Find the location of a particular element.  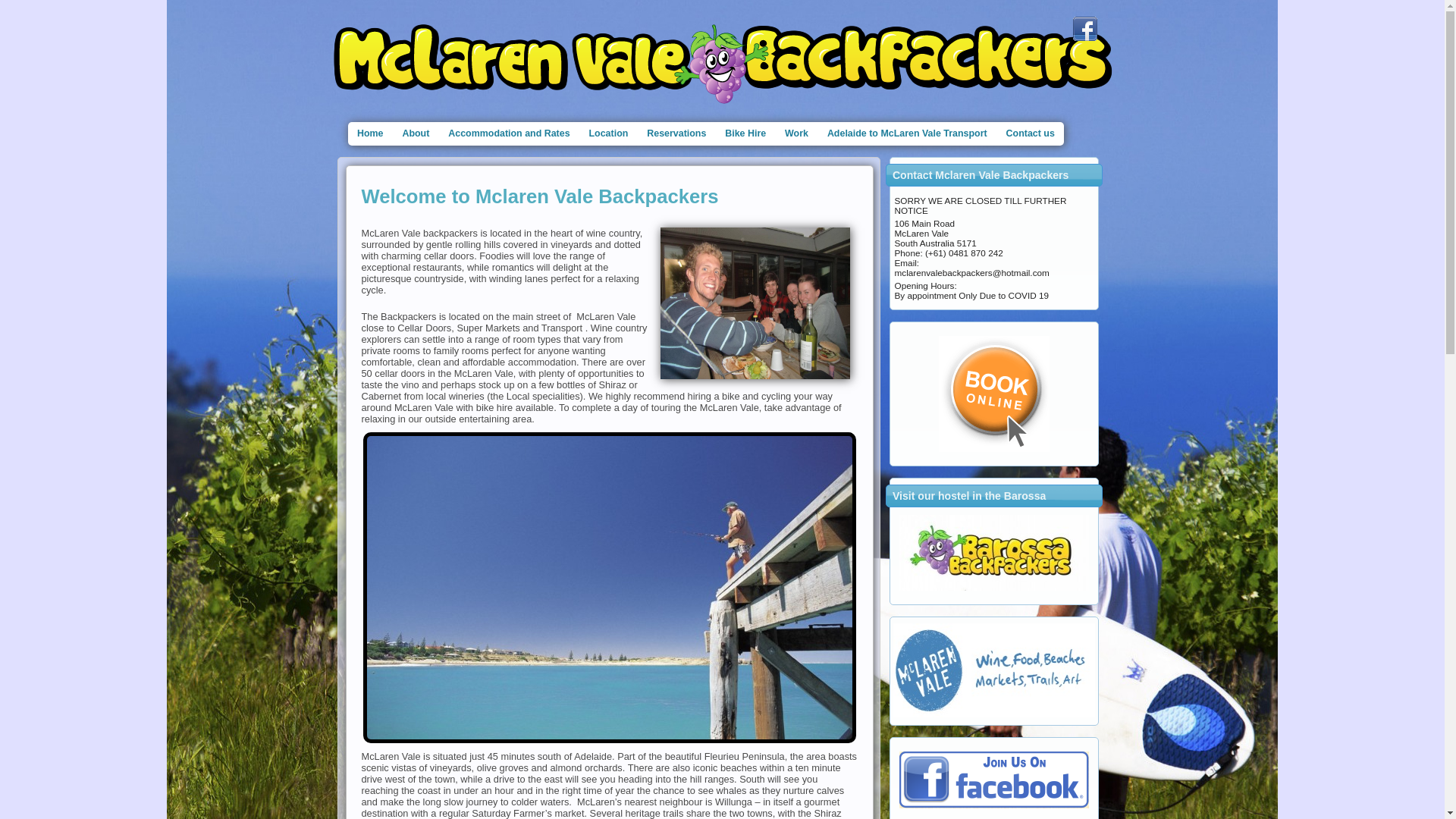

'Welcome to Mclaren Vale Backpackers' is located at coordinates (539, 195).